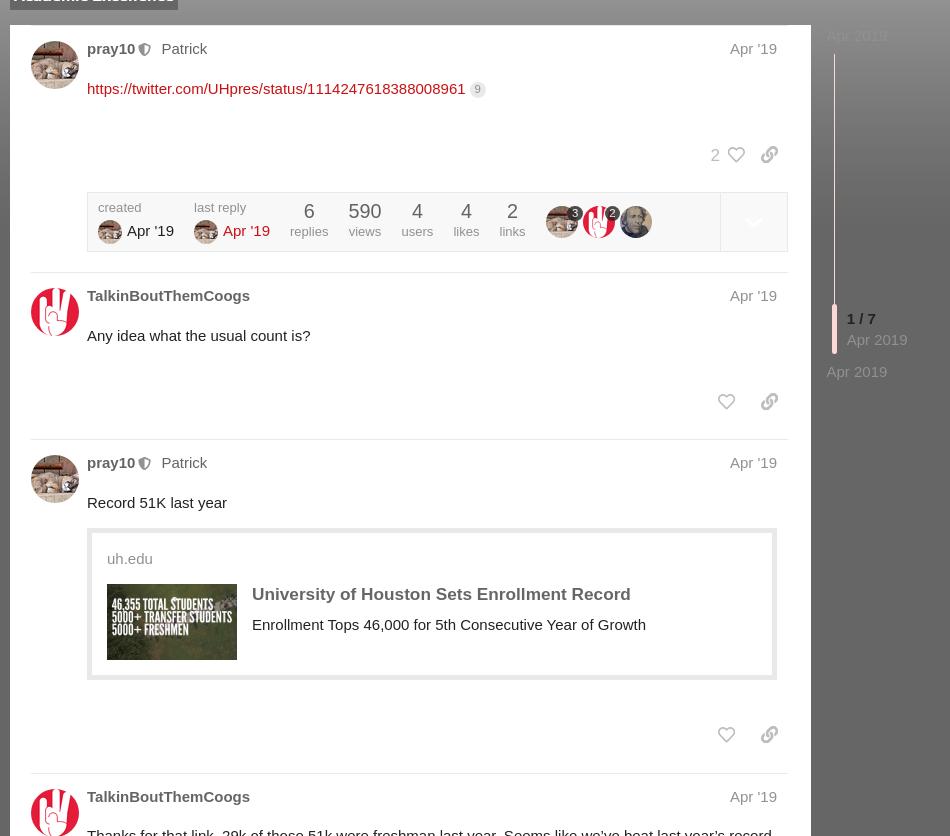 This screenshot has width=950, height=836. What do you see at coordinates (511, 230) in the screenshot?
I see `'links'` at bounding box center [511, 230].